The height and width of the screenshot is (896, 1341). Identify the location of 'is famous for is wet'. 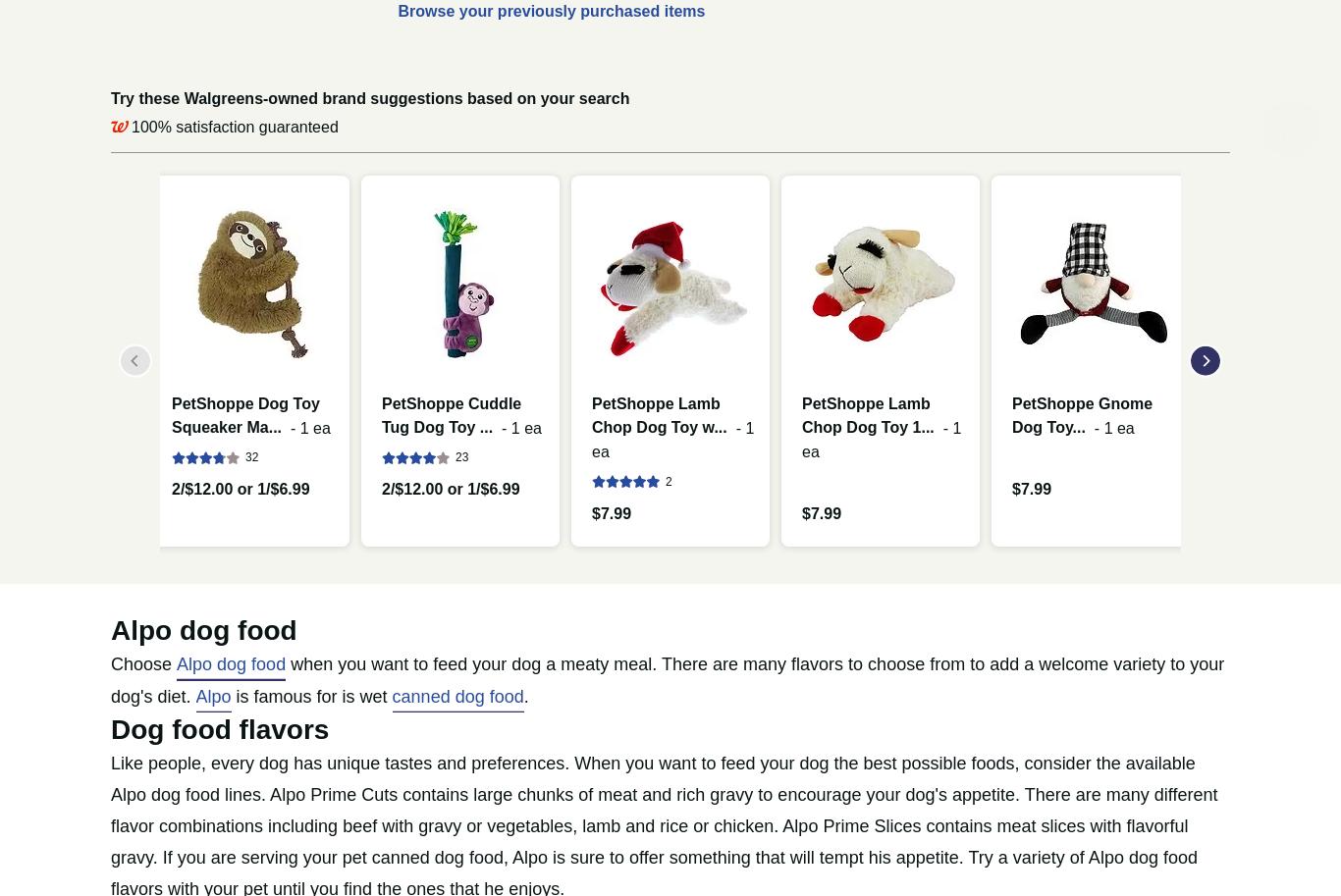
(311, 695).